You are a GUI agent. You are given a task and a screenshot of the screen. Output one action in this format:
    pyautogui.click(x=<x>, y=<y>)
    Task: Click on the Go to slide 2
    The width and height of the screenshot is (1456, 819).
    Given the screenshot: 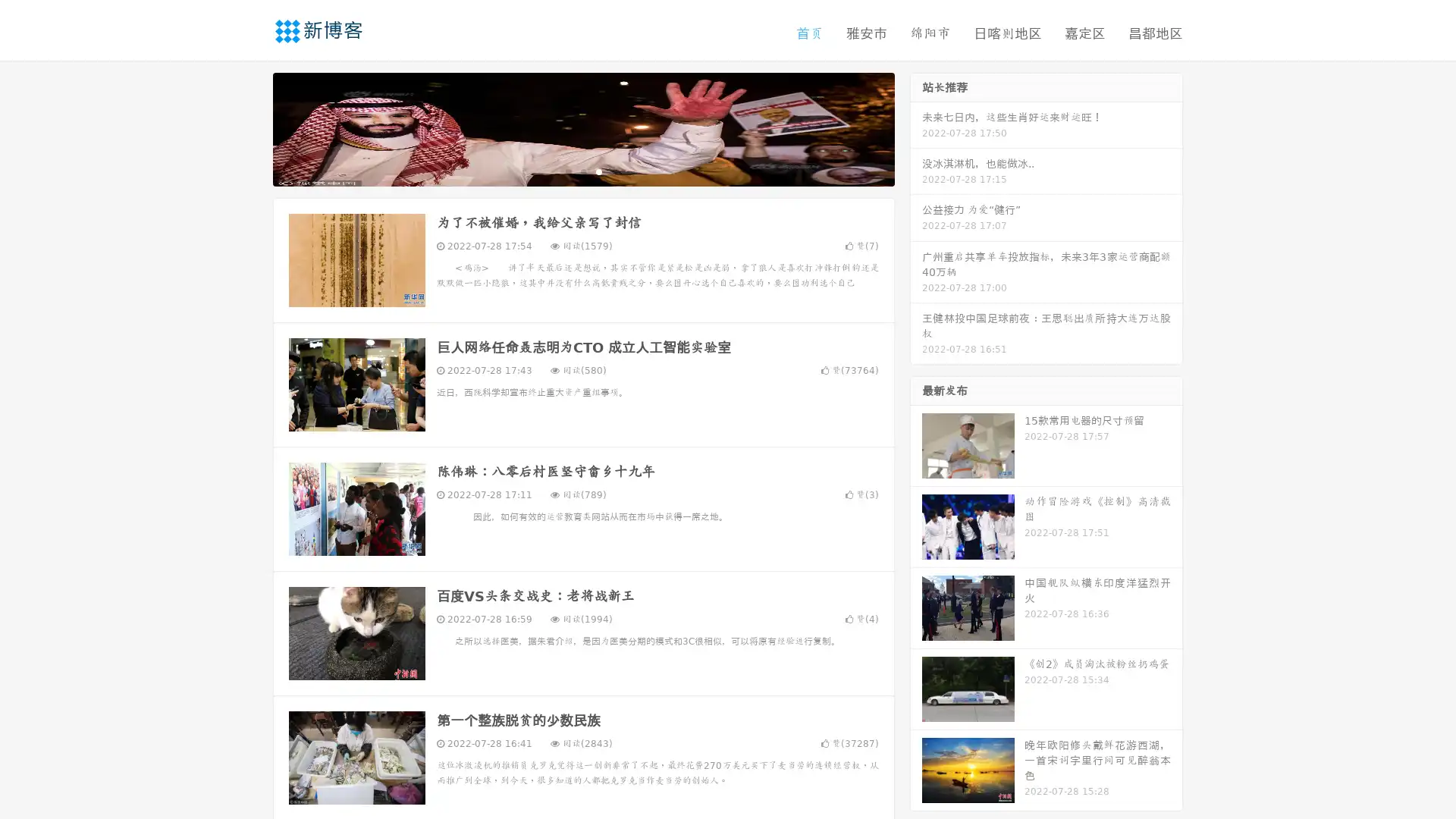 What is the action you would take?
    pyautogui.click(x=582, y=171)
    